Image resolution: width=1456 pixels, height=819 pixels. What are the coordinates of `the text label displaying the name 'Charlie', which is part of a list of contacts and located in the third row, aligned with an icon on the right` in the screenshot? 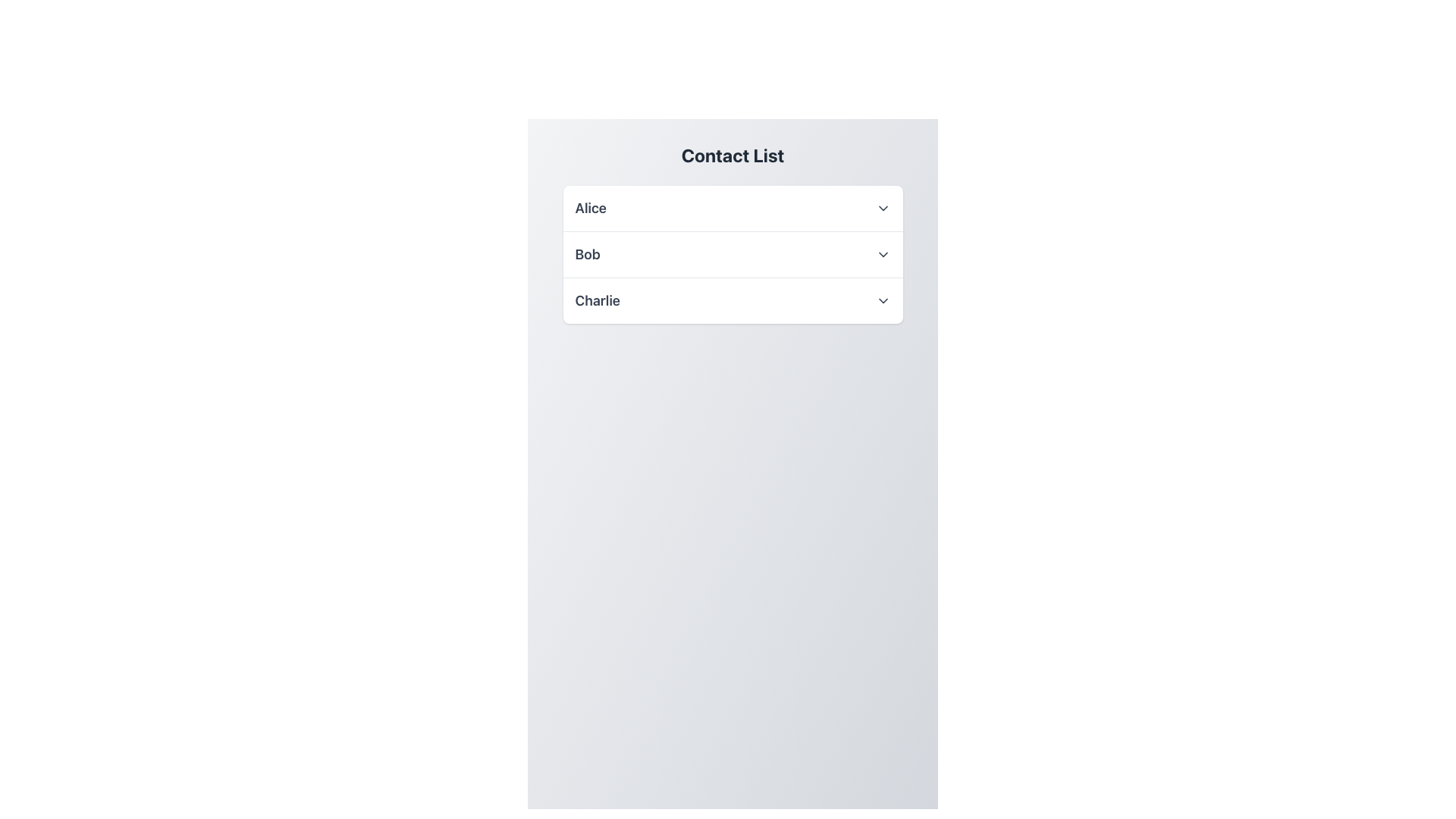 It's located at (597, 301).